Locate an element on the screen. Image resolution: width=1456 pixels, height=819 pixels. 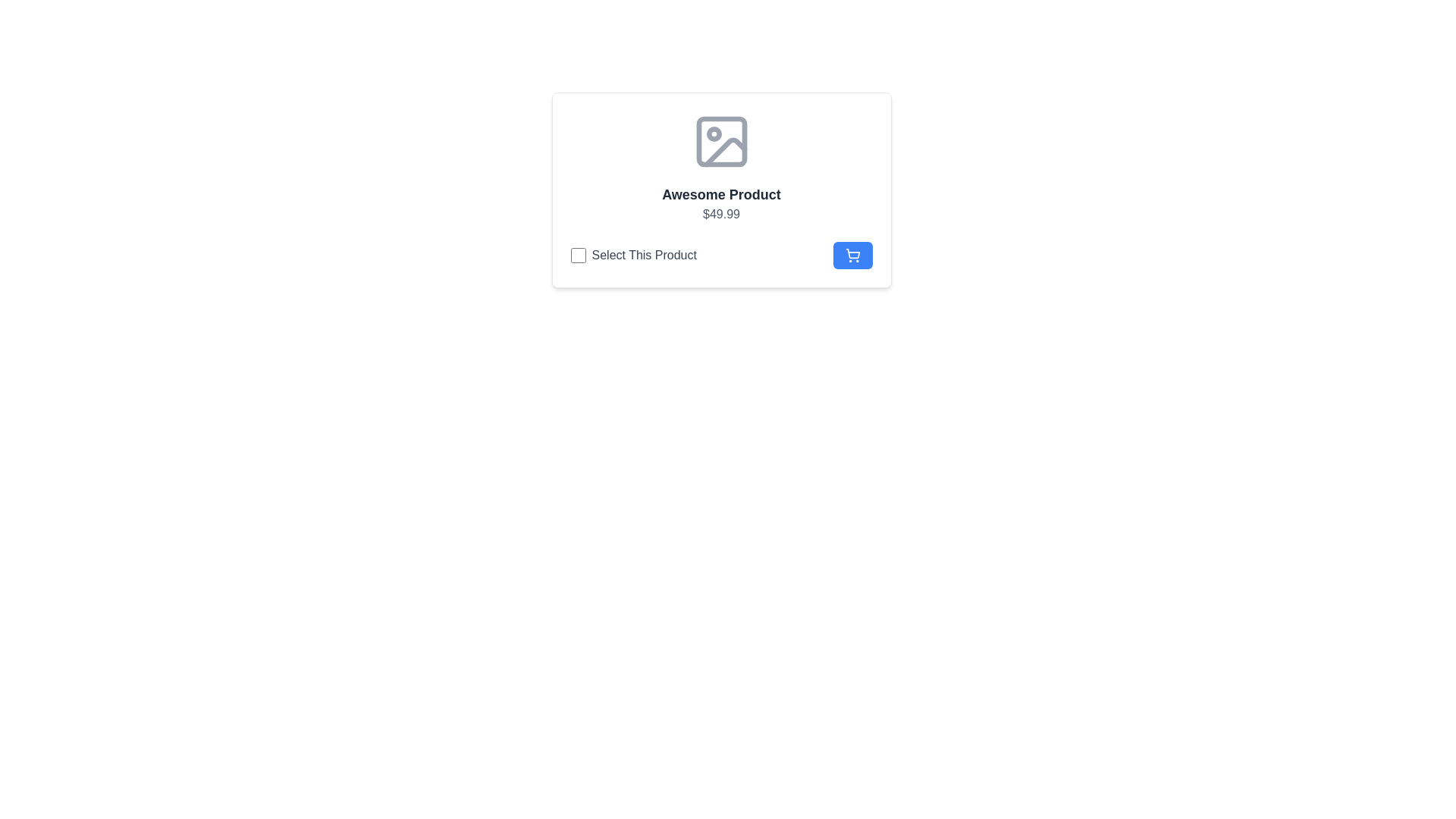
the shopping cart icon inside the blue circular button located at the bottom-right corner of the card interface is located at coordinates (852, 254).